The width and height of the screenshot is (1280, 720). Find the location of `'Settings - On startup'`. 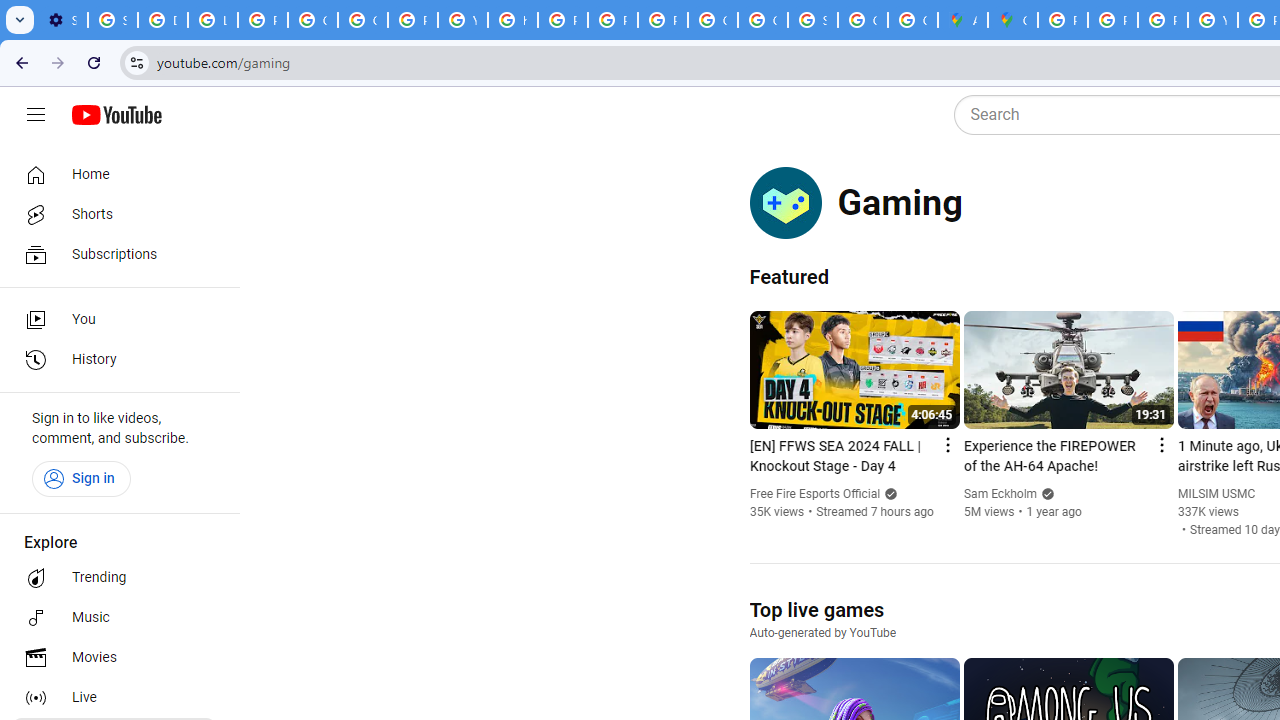

'Settings - On startup' is located at coordinates (62, 20).